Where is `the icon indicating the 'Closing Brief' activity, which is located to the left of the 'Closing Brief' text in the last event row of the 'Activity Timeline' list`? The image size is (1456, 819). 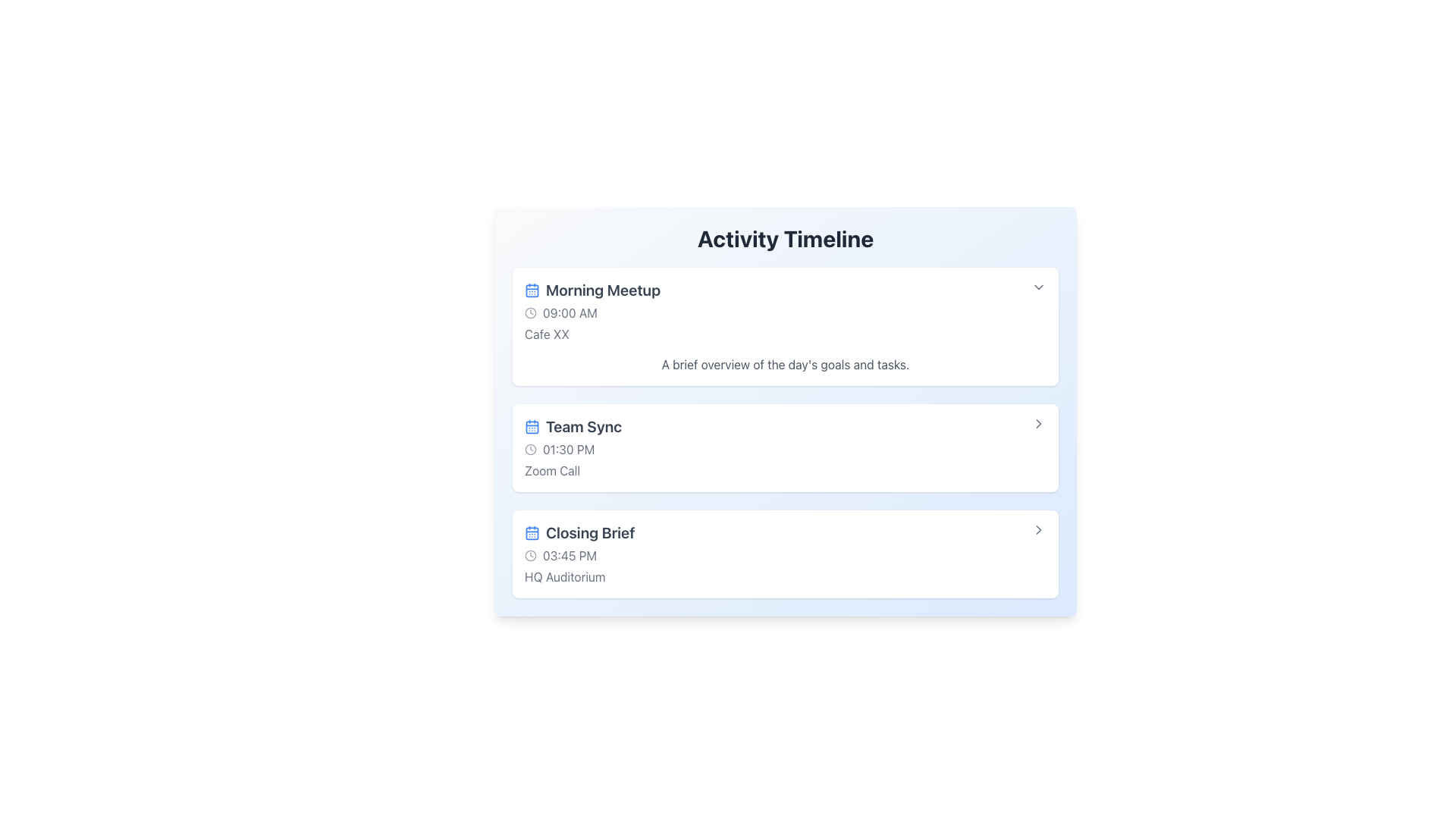 the icon indicating the 'Closing Brief' activity, which is located to the left of the 'Closing Brief' text in the last event row of the 'Activity Timeline' list is located at coordinates (532, 532).